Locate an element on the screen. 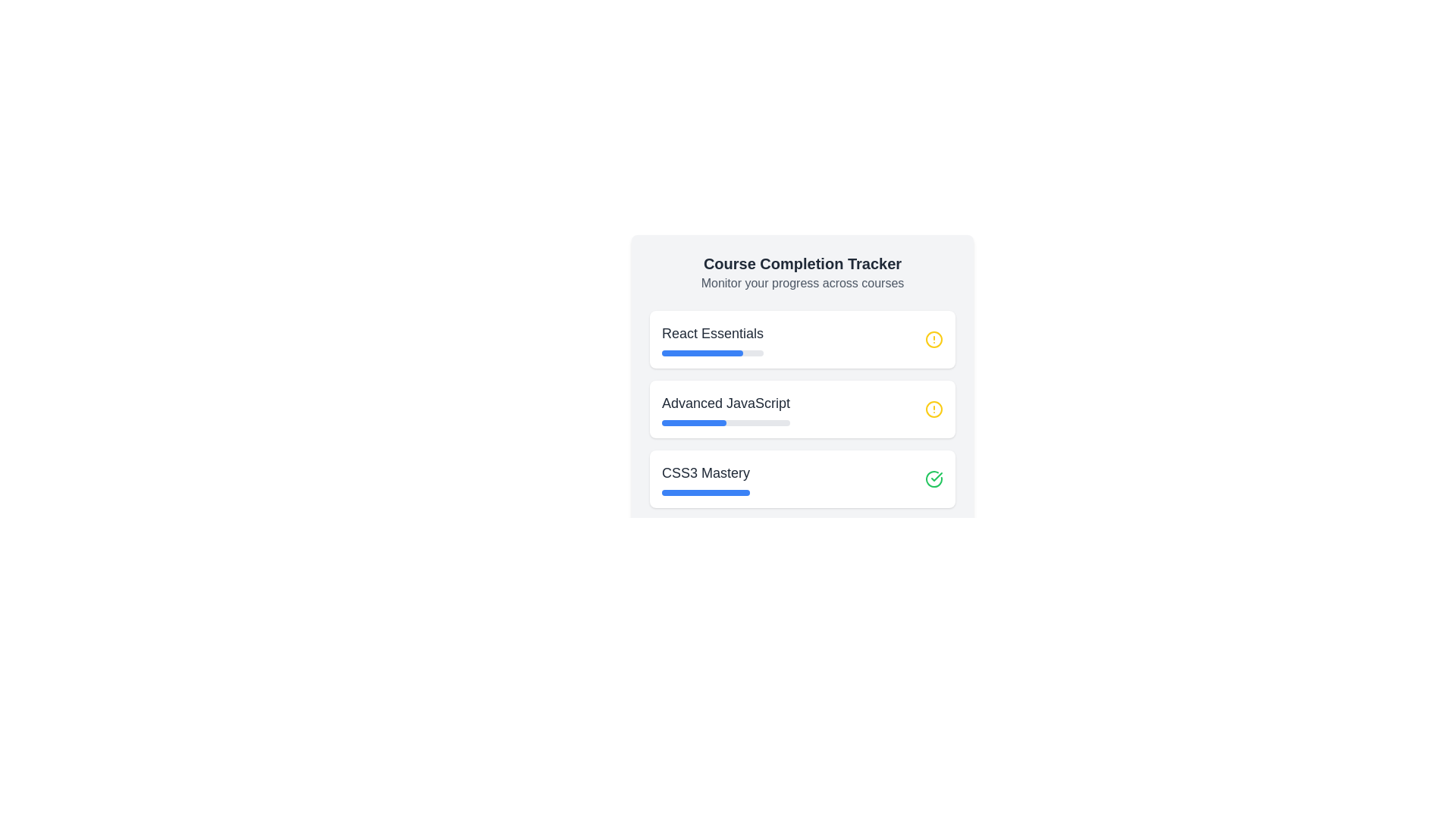  the static text label that identifies the progress tracker for the course titled 'CSS3 Mastery', located above a horizontal blue progress bar in the bottommost row of a vertical list of three elements is located at coordinates (705, 472).